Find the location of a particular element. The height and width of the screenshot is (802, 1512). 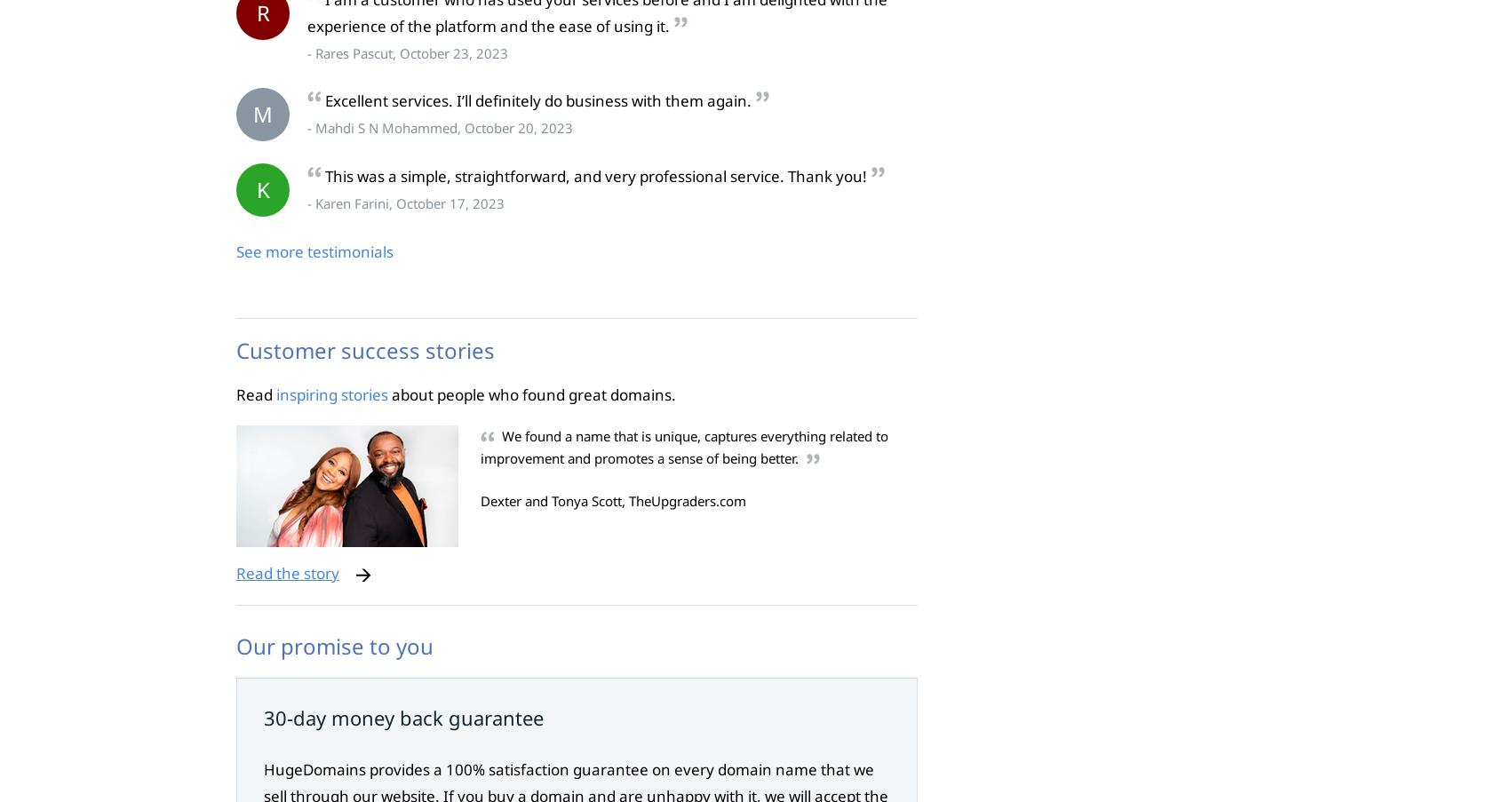

'We found a name that is unique, captures everything related to improvement and promotes a sense of being better.' is located at coordinates (480, 447).